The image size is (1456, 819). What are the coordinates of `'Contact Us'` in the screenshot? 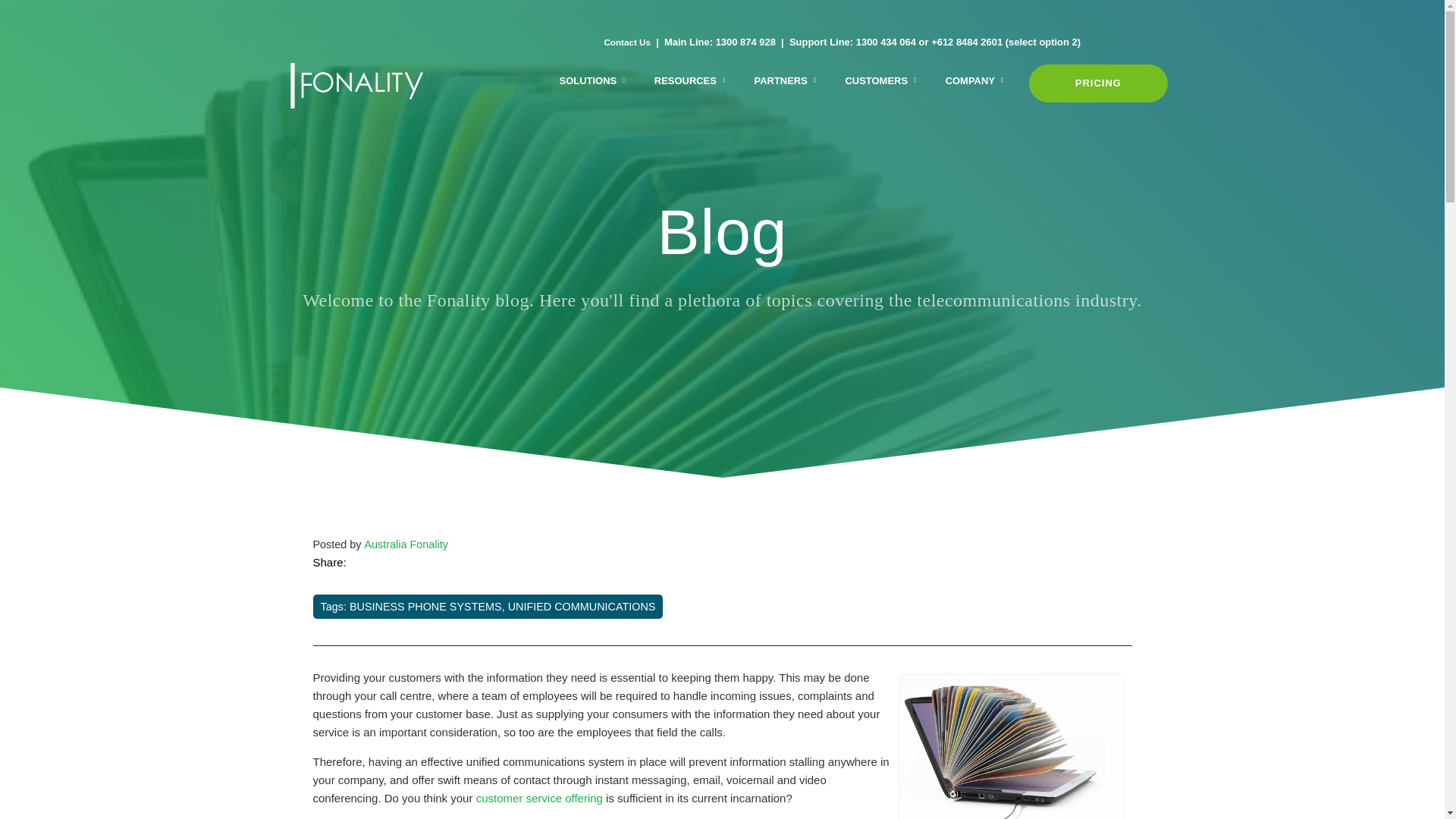 It's located at (626, 41).